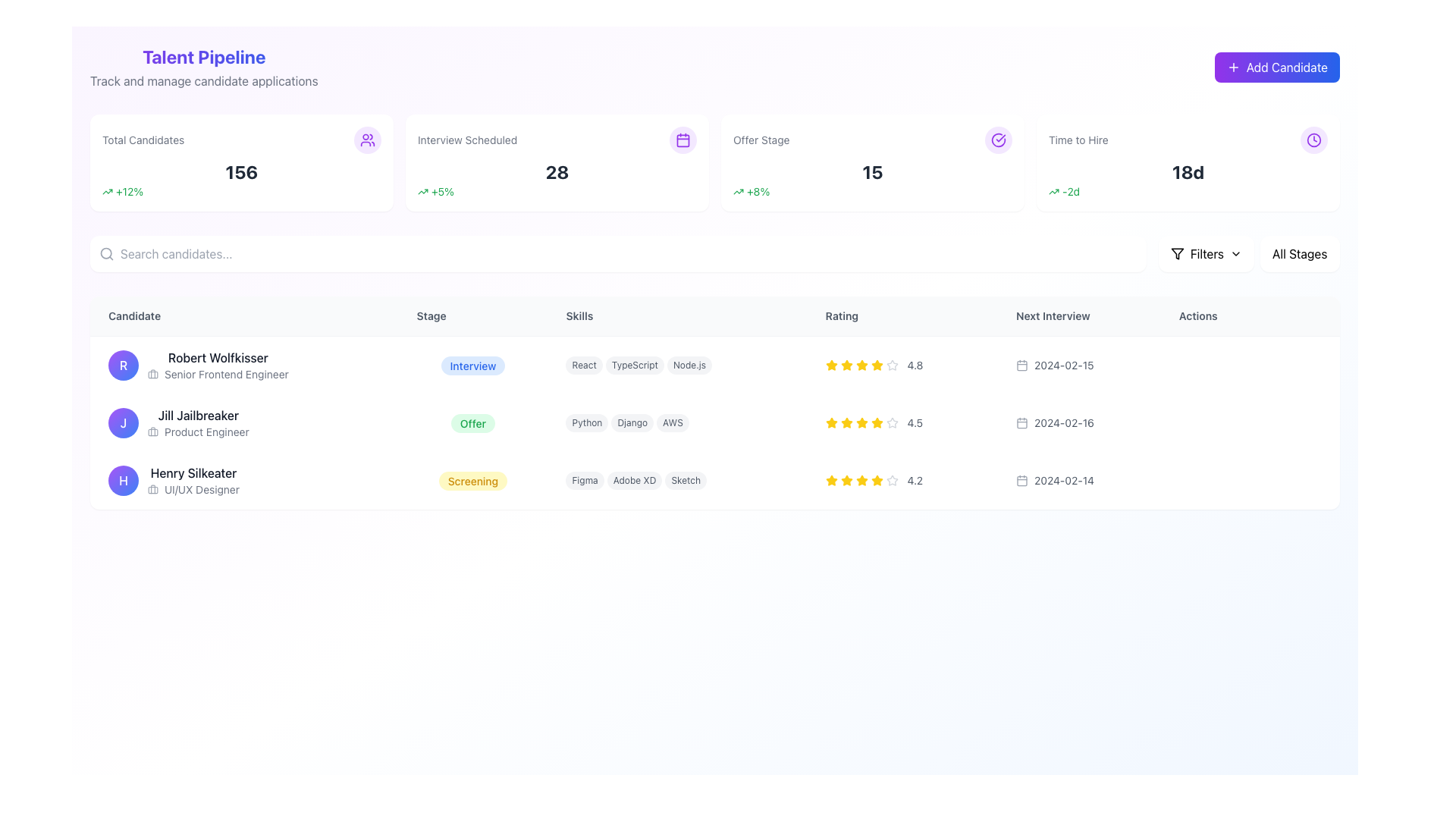 This screenshot has height=819, width=1456. What do you see at coordinates (193, 489) in the screenshot?
I see `text from the Label with an icon component indicating the job title or role associated with Henry Silkeater, which is positioned below his name and to the left, alongside a briefcase icon` at bounding box center [193, 489].